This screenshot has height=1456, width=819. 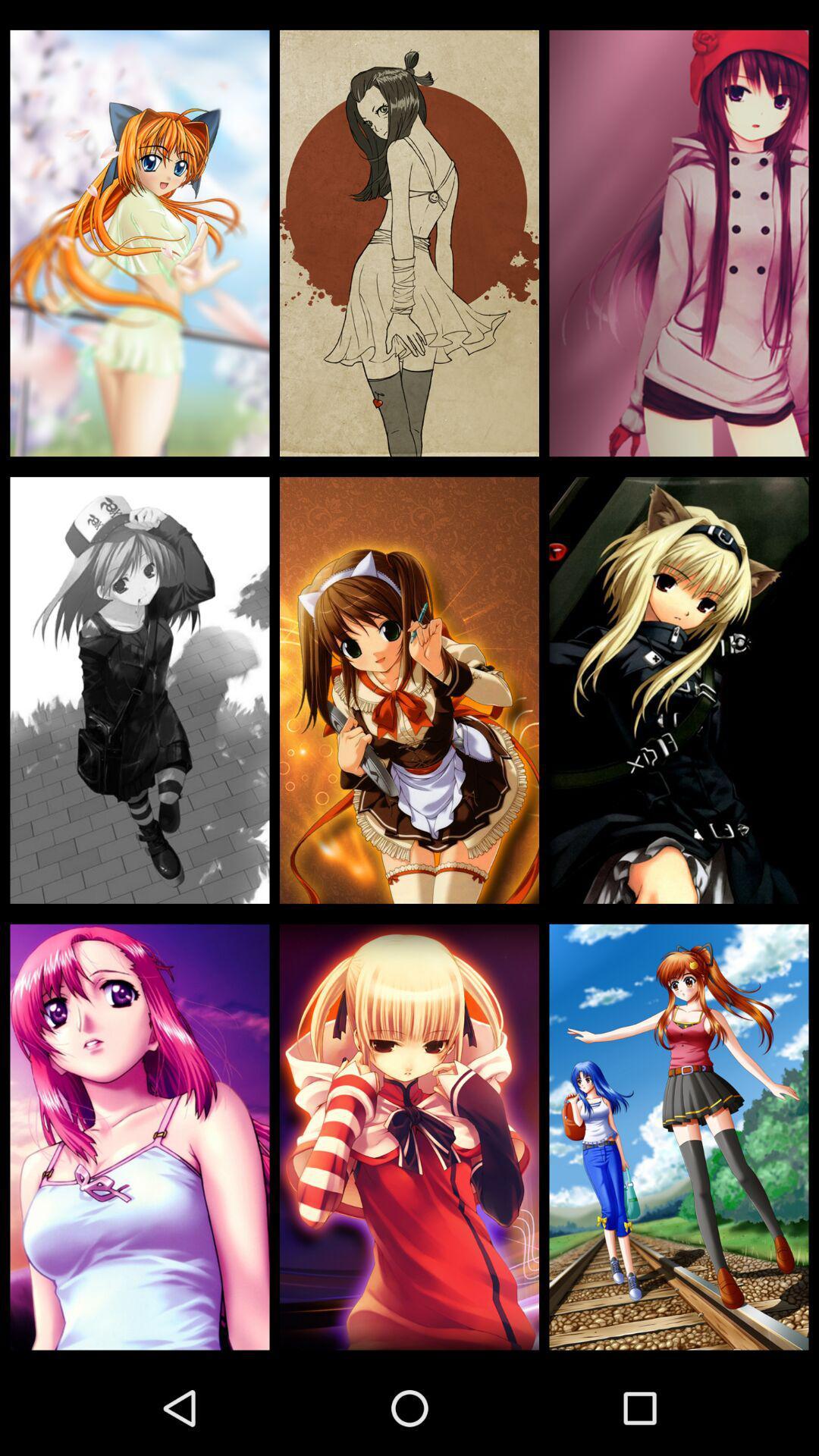 I want to click on image, so click(x=409, y=1137).